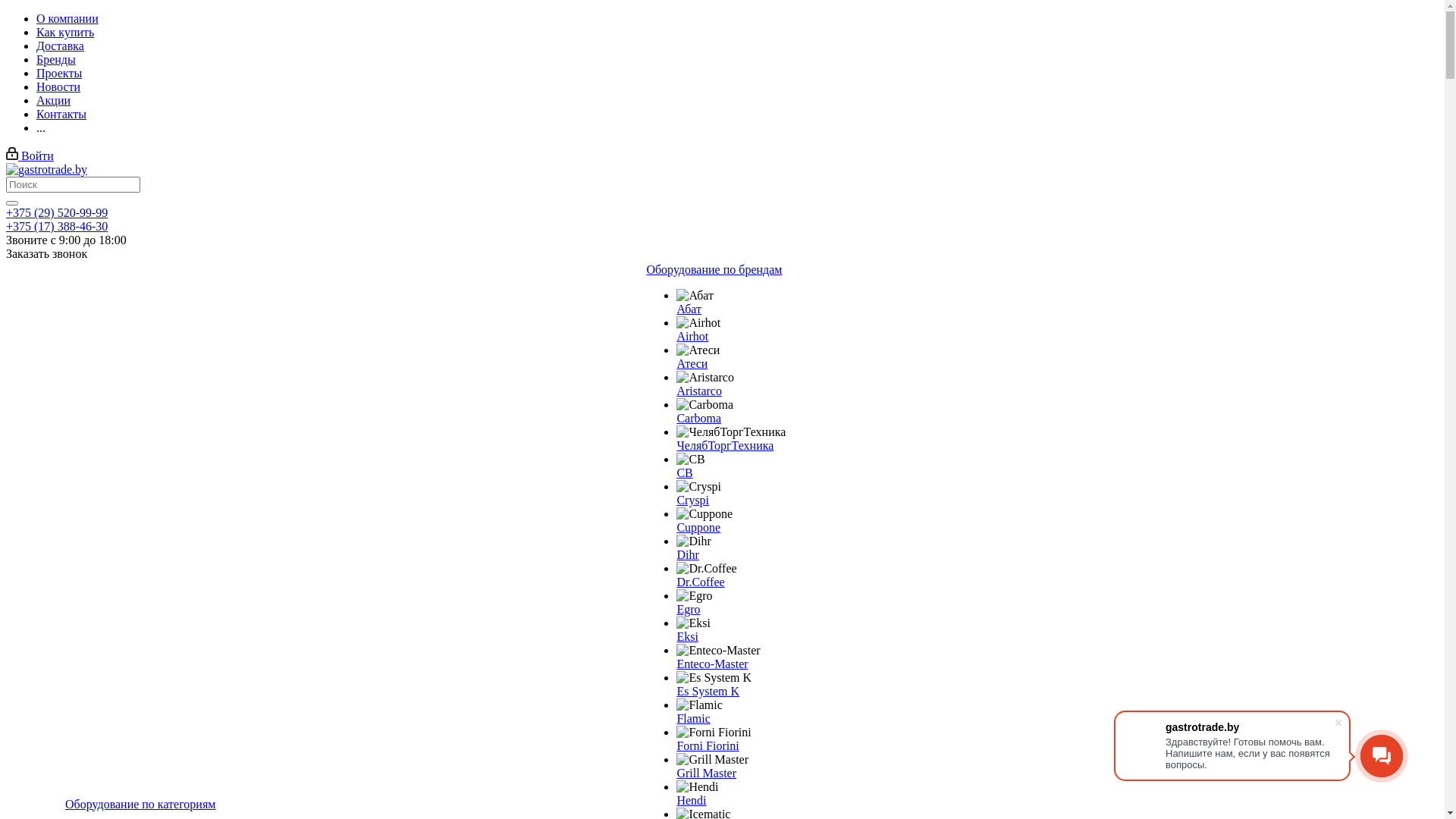 The image size is (1456, 819). What do you see at coordinates (676, 786) in the screenshot?
I see `'Hendi'` at bounding box center [676, 786].